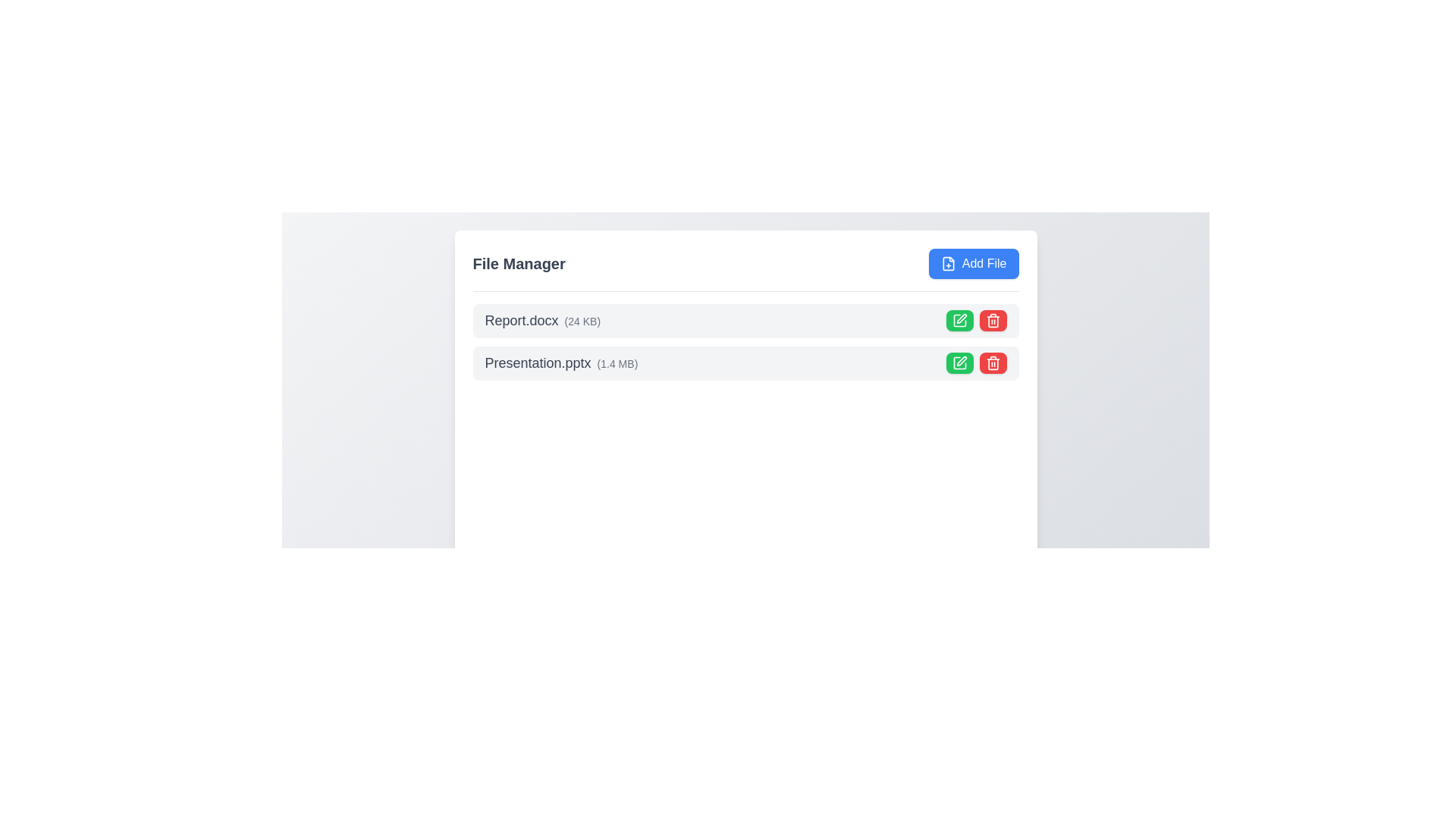 The width and height of the screenshot is (1456, 819). I want to click on the text label displaying 'Presentation.pptx (1.4 MB)' located in the second row of the file listing, so click(560, 362).